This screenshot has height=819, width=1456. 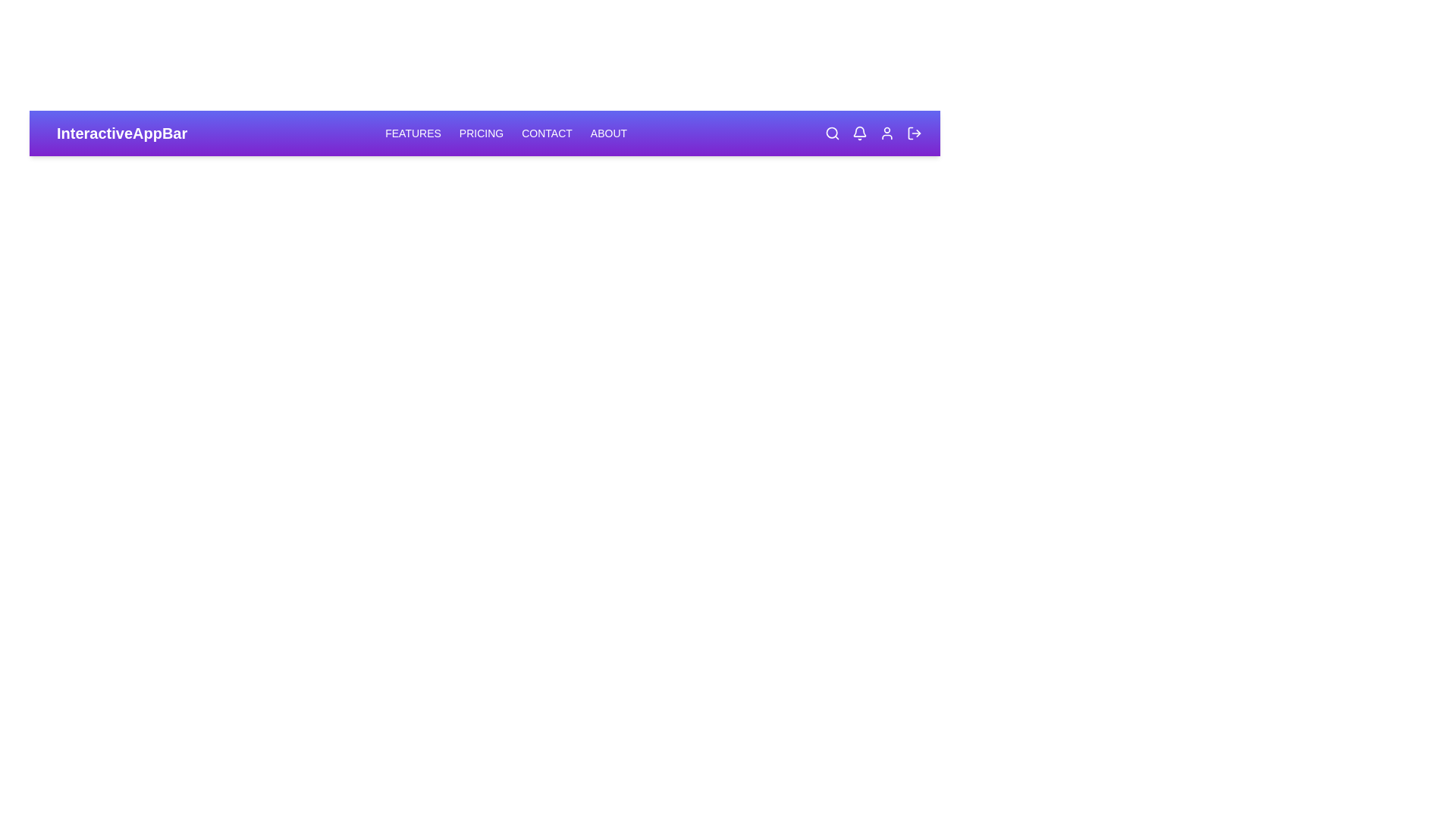 What do you see at coordinates (546, 133) in the screenshot?
I see `the 'Contact' link in the navigation bar` at bounding box center [546, 133].